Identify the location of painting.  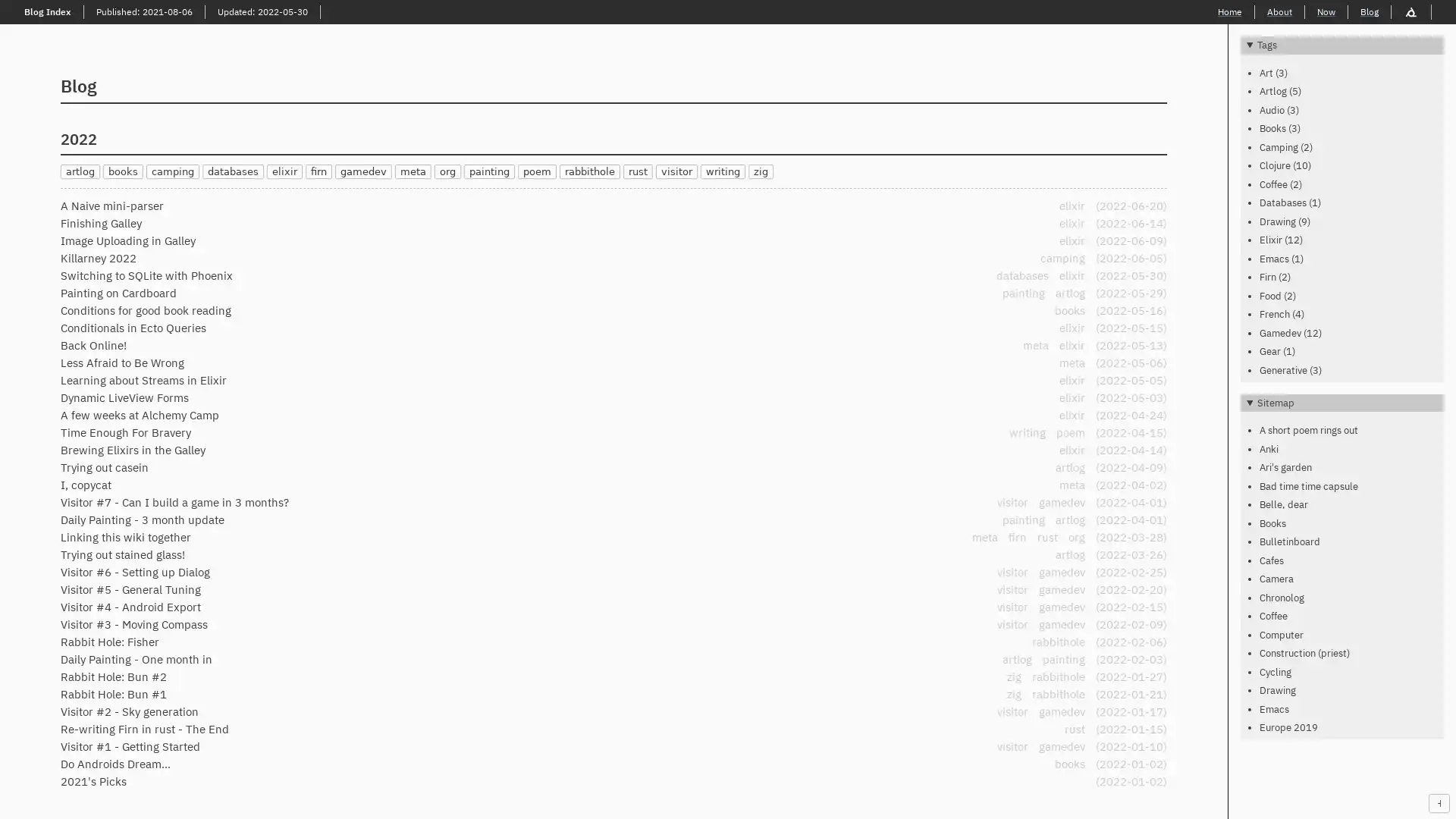
(489, 171).